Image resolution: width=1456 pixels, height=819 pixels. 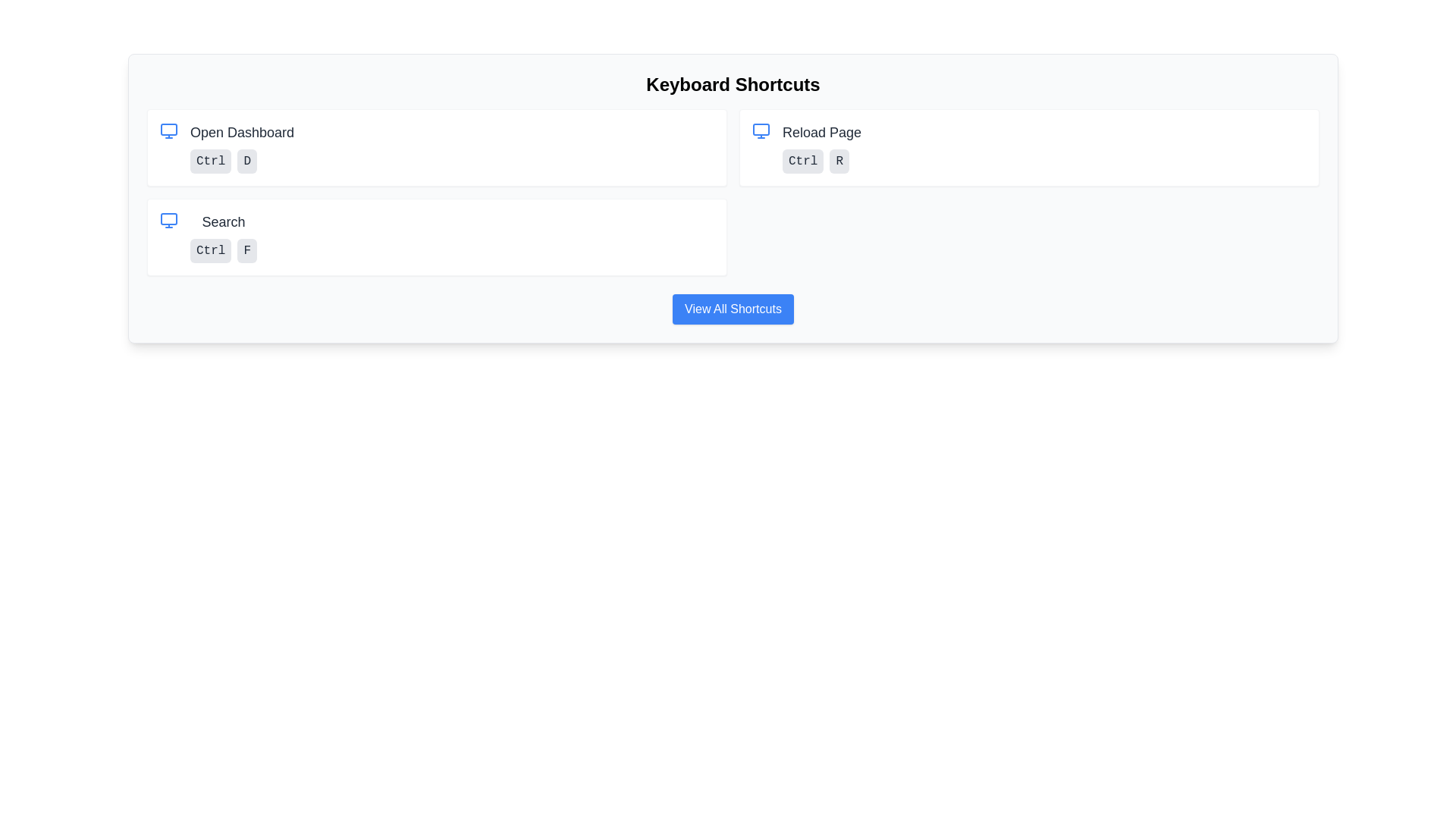 What do you see at coordinates (210, 250) in the screenshot?
I see `the static, non-interactive text button labeled 'Ctrl' located in the keyboard shortcuts panel under 'Search'` at bounding box center [210, 250].